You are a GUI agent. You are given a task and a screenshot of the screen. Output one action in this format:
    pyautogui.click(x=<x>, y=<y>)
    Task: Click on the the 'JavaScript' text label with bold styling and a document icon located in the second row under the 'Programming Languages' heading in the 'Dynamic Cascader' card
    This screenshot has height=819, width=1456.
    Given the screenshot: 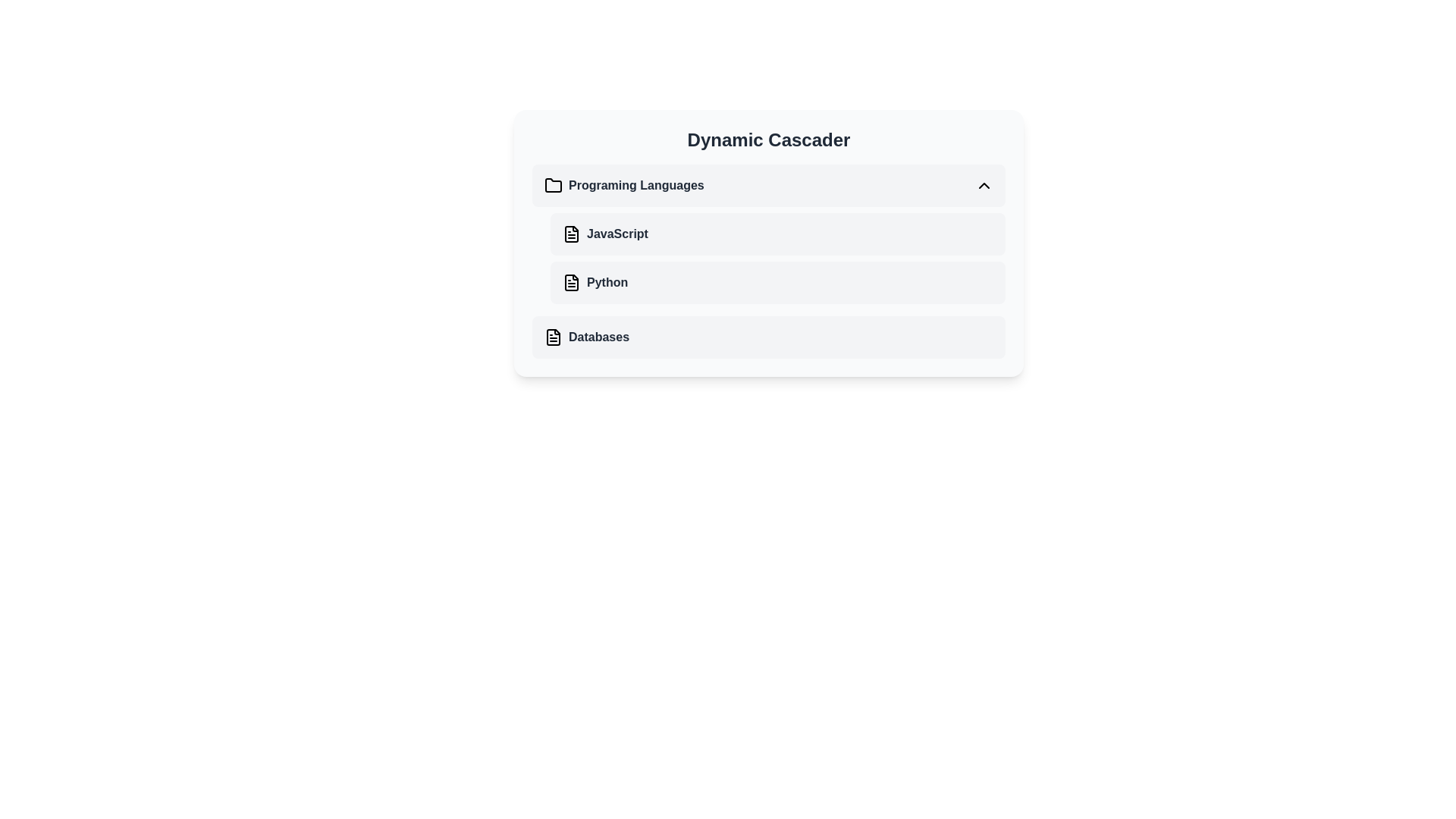 What is the action you would take?
    pyautogui.click(x=604, y=234)
    